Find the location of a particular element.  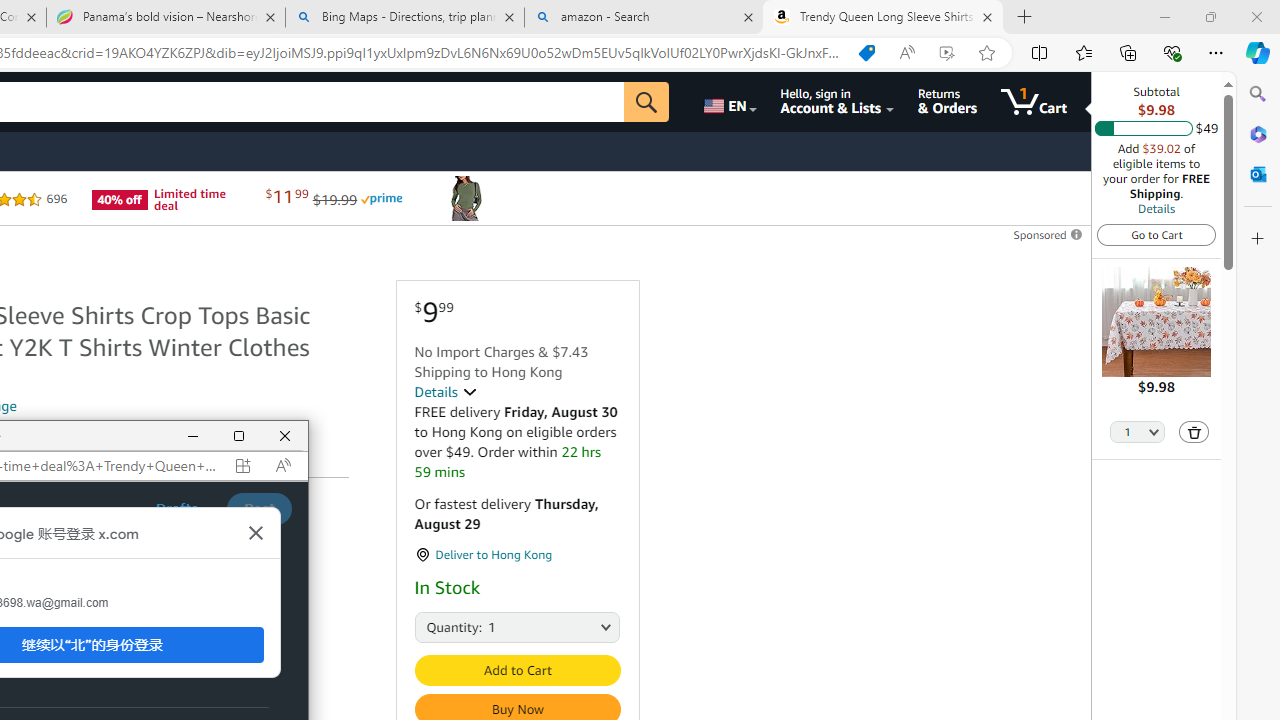

'Quantity Selector' is located at coordinates (1137, 432).